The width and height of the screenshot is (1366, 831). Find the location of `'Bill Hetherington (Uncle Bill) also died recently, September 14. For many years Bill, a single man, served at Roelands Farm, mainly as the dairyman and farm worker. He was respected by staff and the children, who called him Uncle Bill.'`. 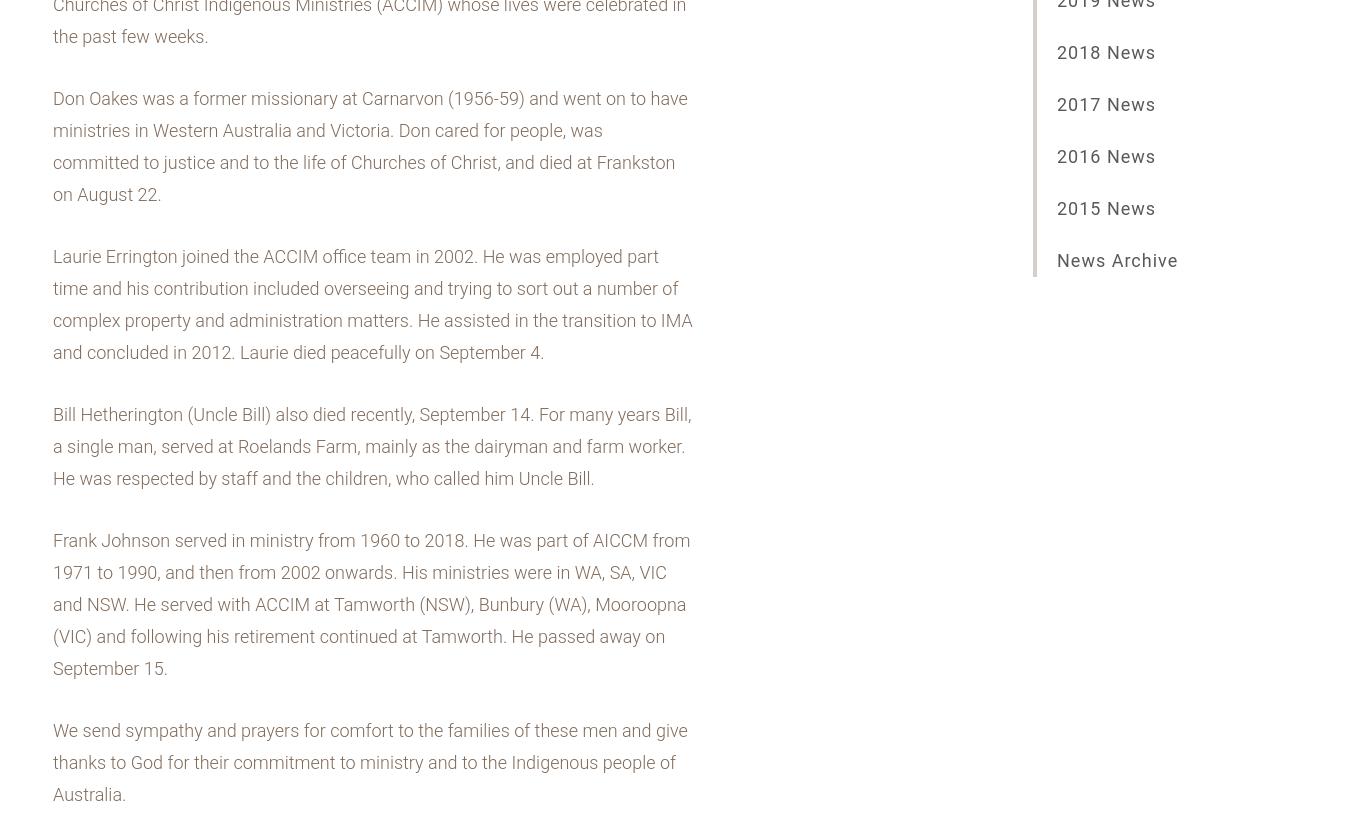

'Bill Hetherington (Uncle Bill) also died recently, September 14. For many years Bill, a single man, served at Roelands Farm, mainly as the dairyman and farm worker. He was respected by staff and the children, who called him Uncle Bill.' is located at coordinates (370, 445).